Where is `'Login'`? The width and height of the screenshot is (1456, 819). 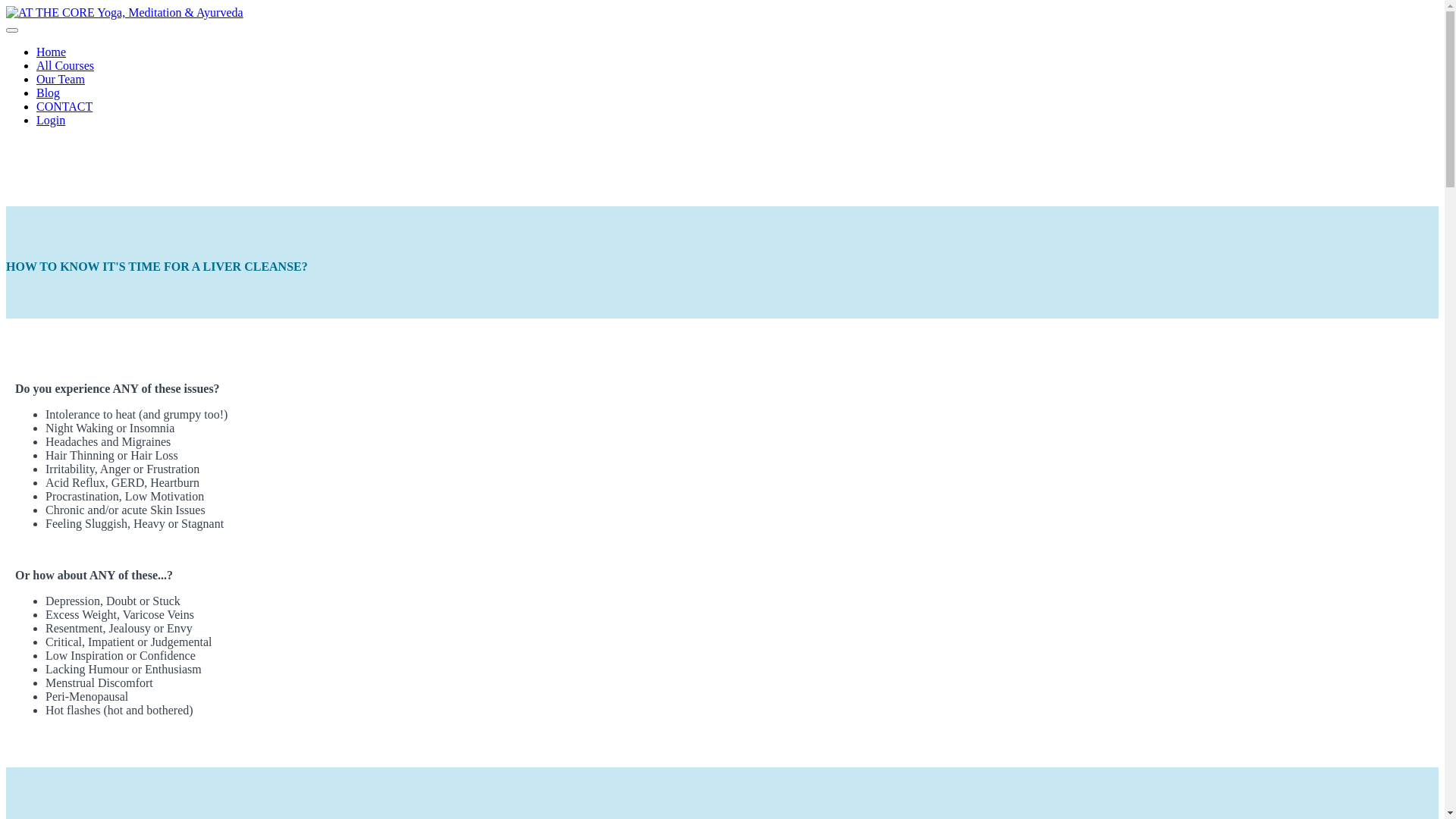 'Login' is located at coordinates (51, 119).